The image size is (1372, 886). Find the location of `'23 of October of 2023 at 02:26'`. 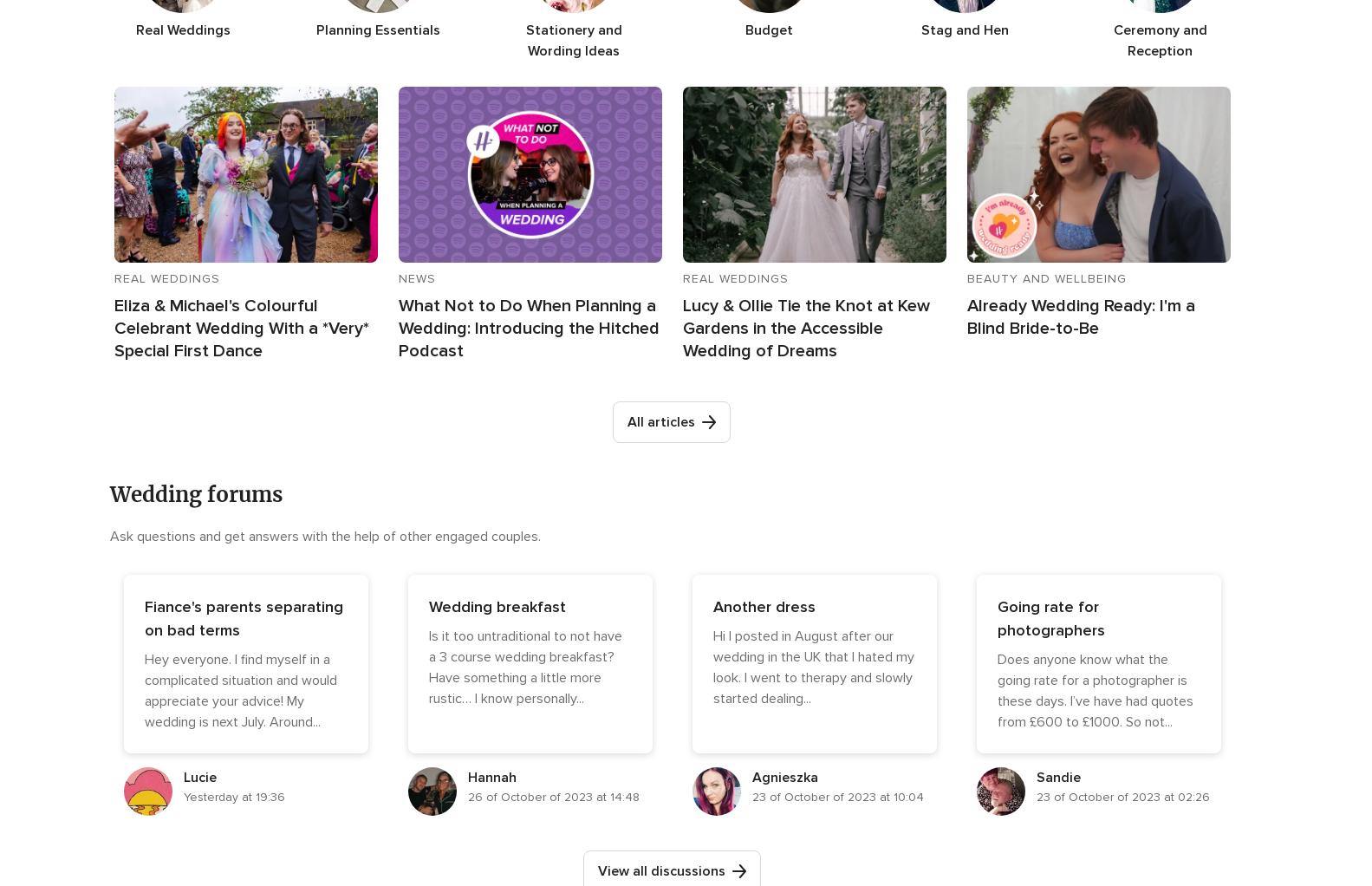

'23 of October of 2023 at 02:26' is located at coordinates (1122, 796).